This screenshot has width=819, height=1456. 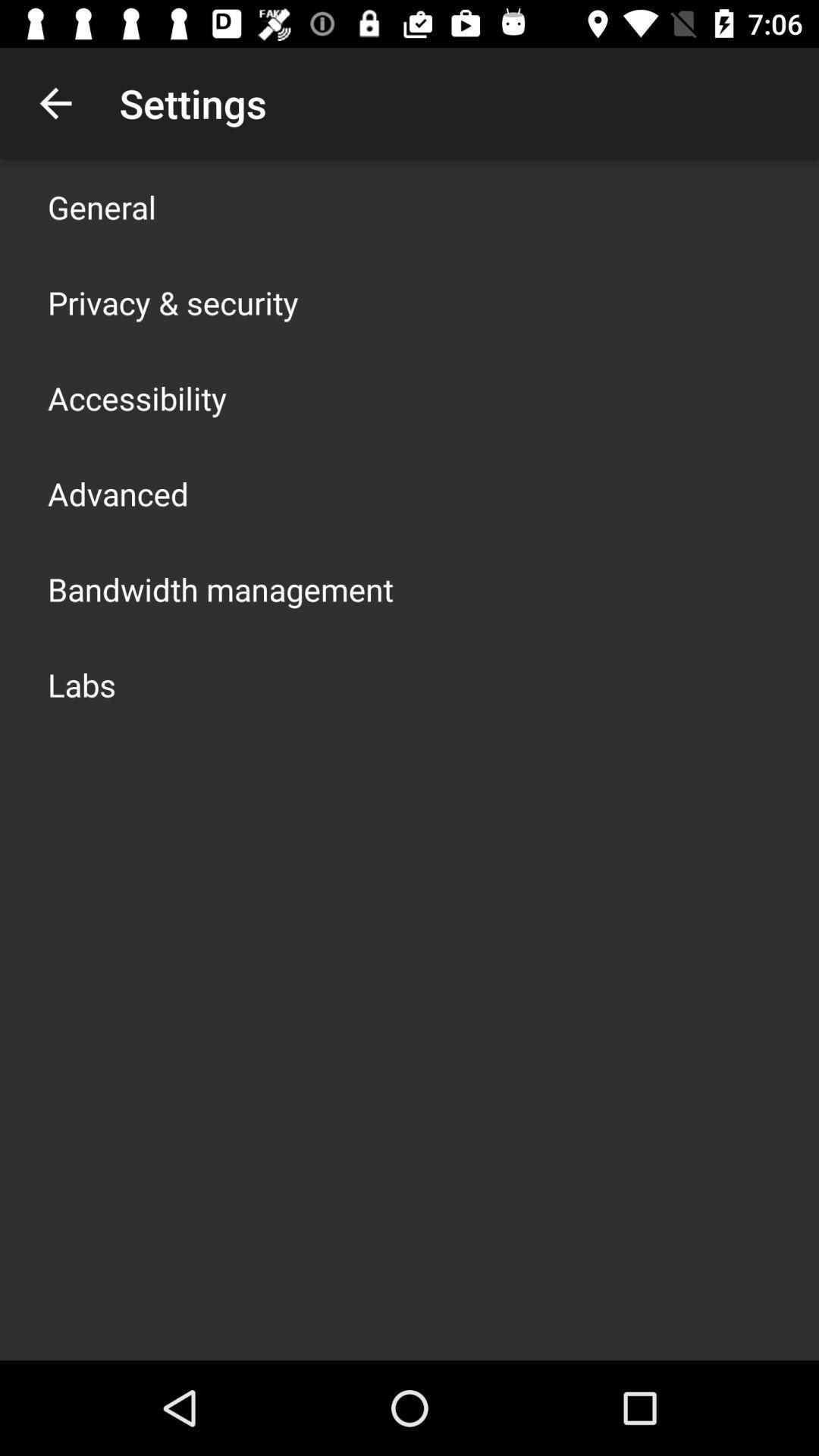 What do you see at coordinates (117, 494) in the screenshot?
I see `the item above bandwidth management item` at bounding box center [117, 494].